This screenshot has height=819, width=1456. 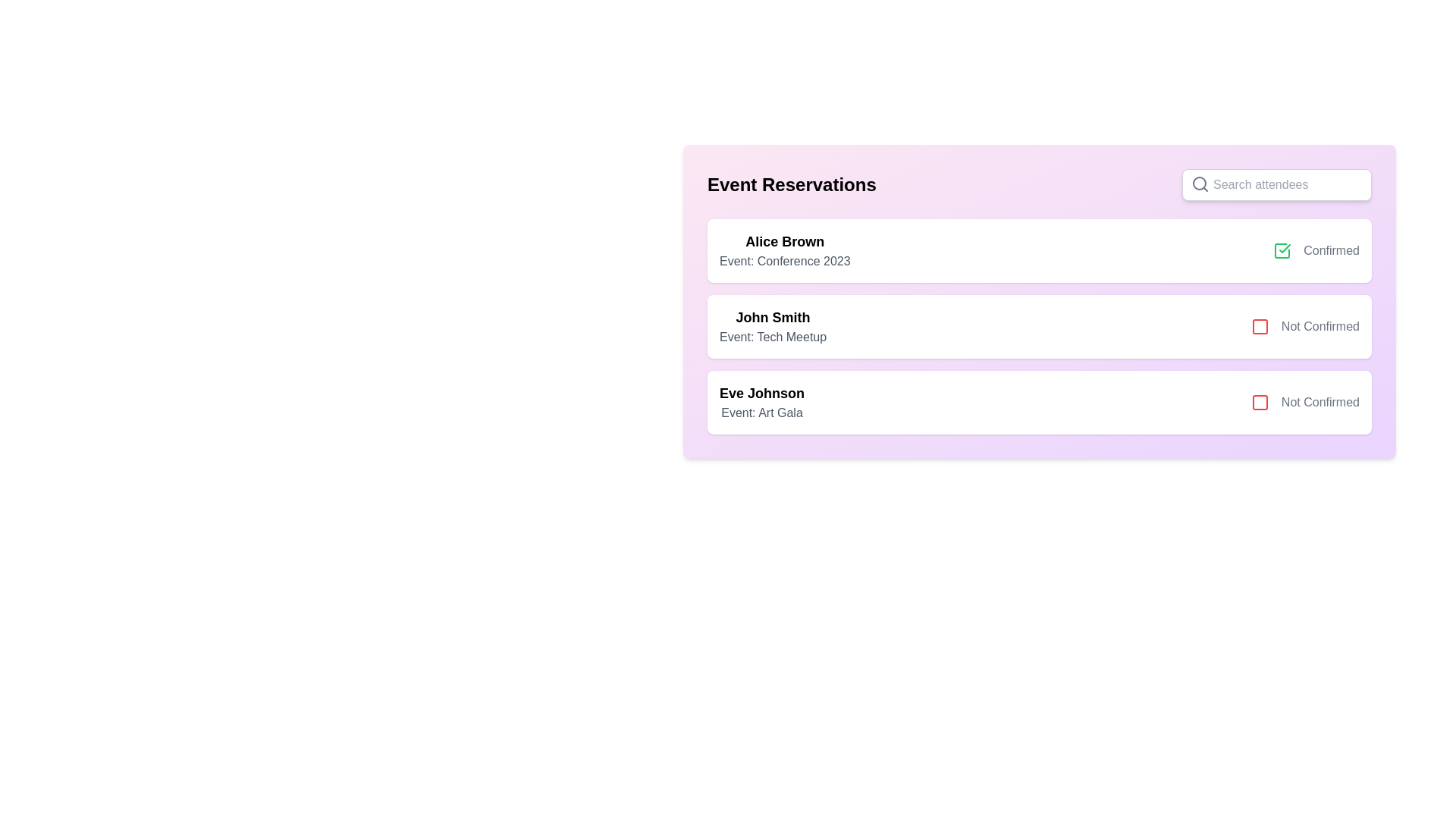 What do you see at coordinates (1039, 326) in the screenshot?
I see `the confirmation status of the attendee 'John Smith' in the informational card` at bounding box center [1039, 326].